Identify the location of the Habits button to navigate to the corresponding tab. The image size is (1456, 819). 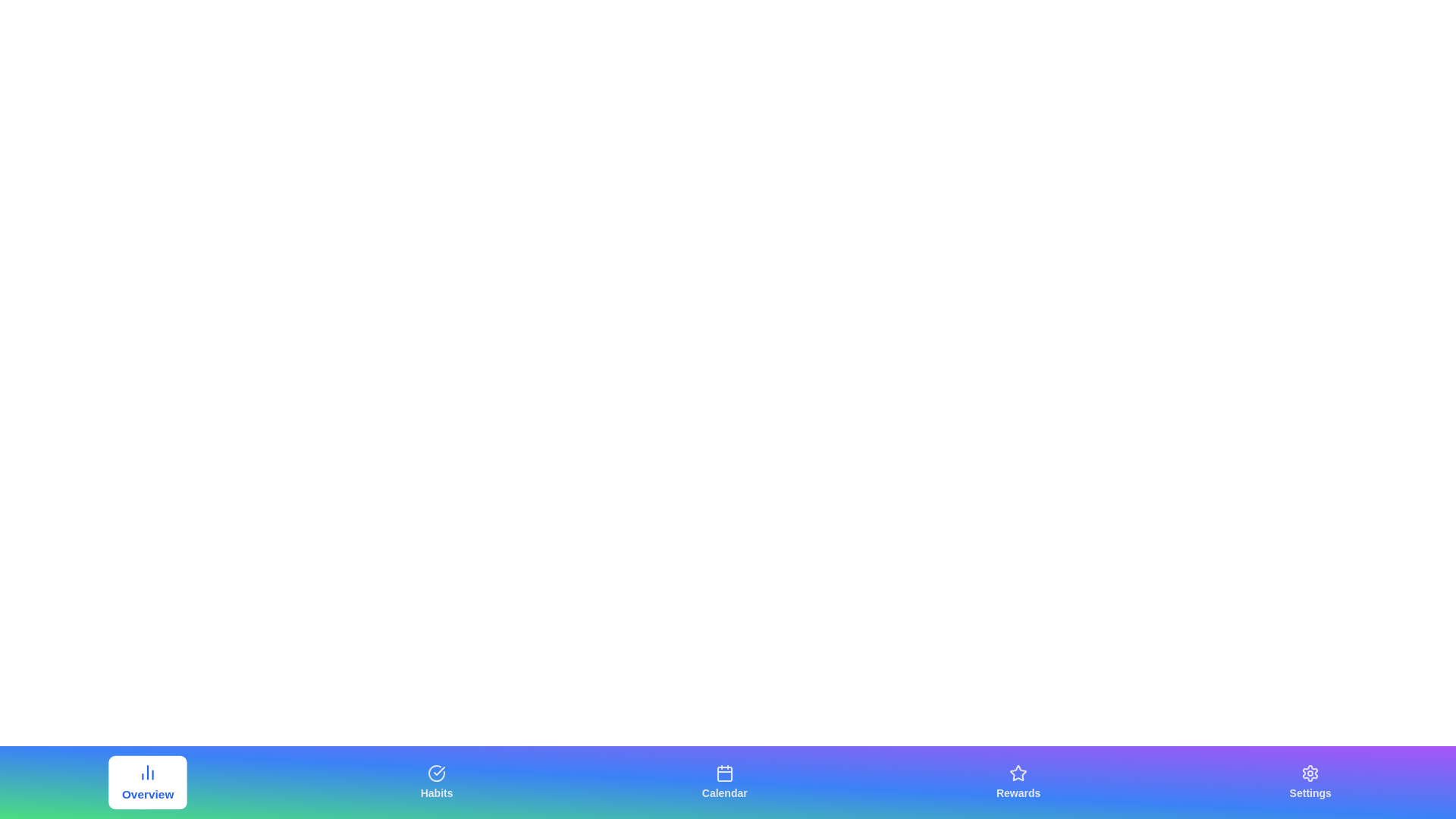
(436, 783).